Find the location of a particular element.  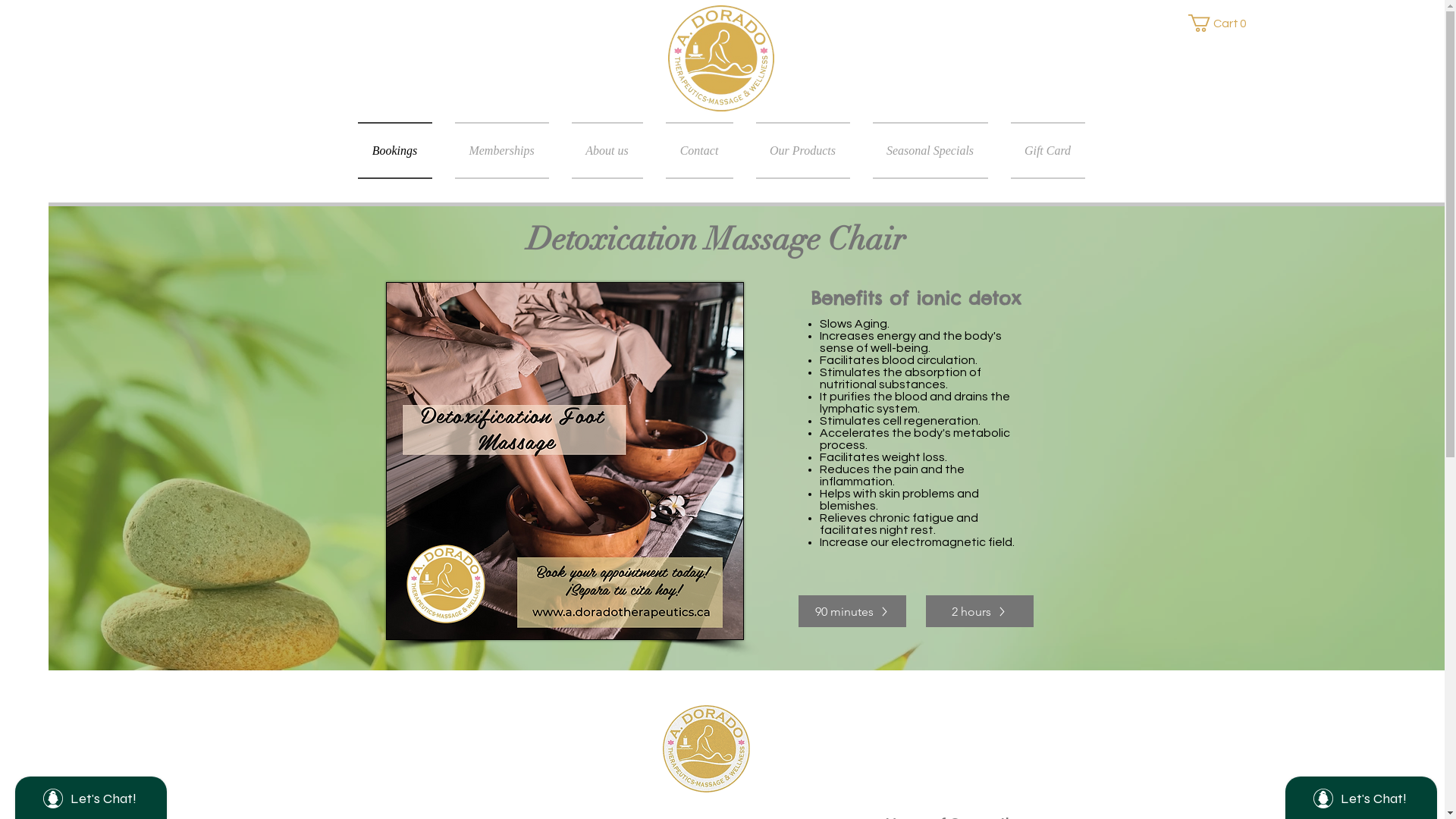

'2 hours' is located at coordinates (979, 610).